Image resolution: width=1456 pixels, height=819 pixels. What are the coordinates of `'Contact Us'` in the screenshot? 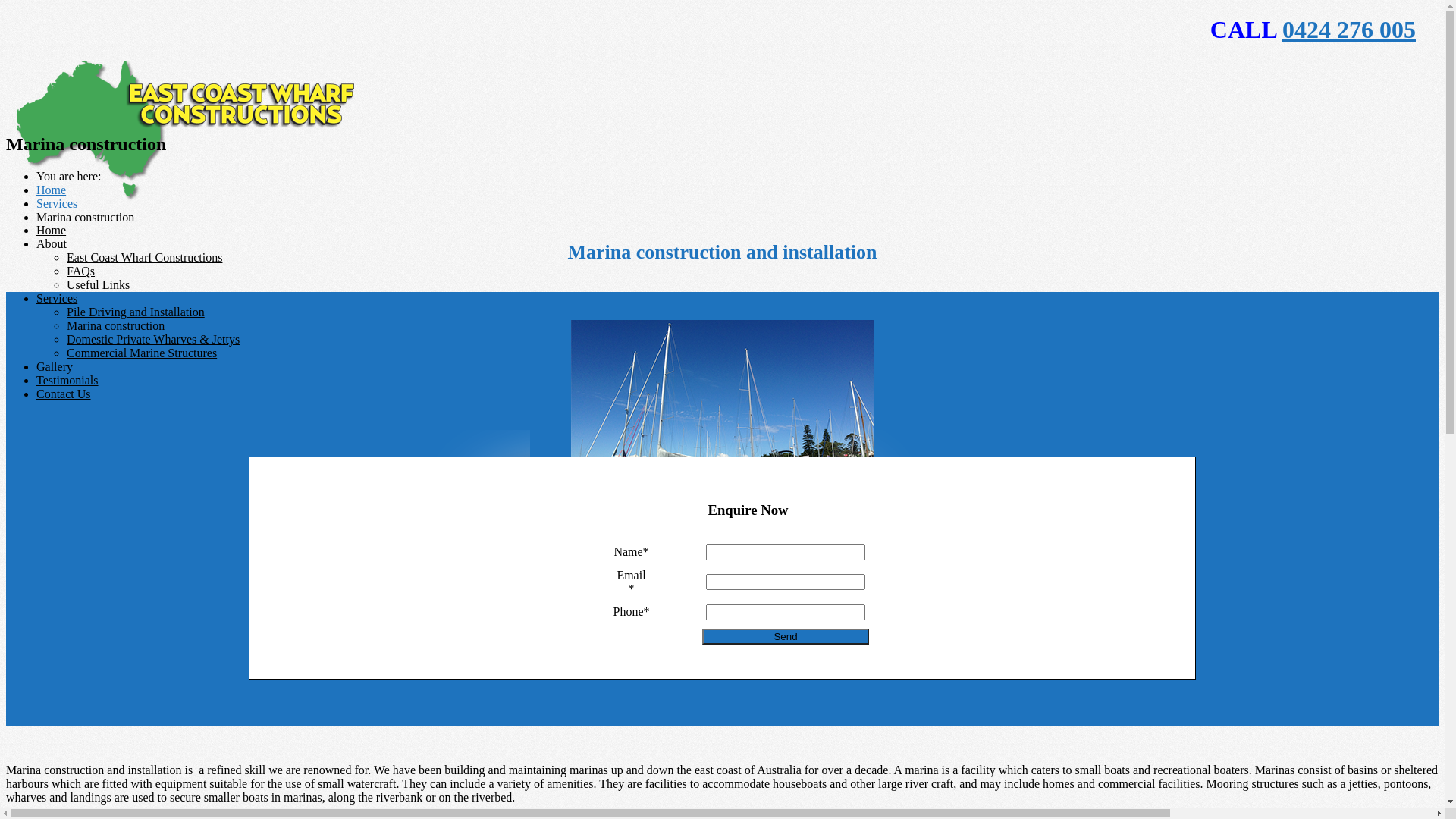 It's located at (62, 393).